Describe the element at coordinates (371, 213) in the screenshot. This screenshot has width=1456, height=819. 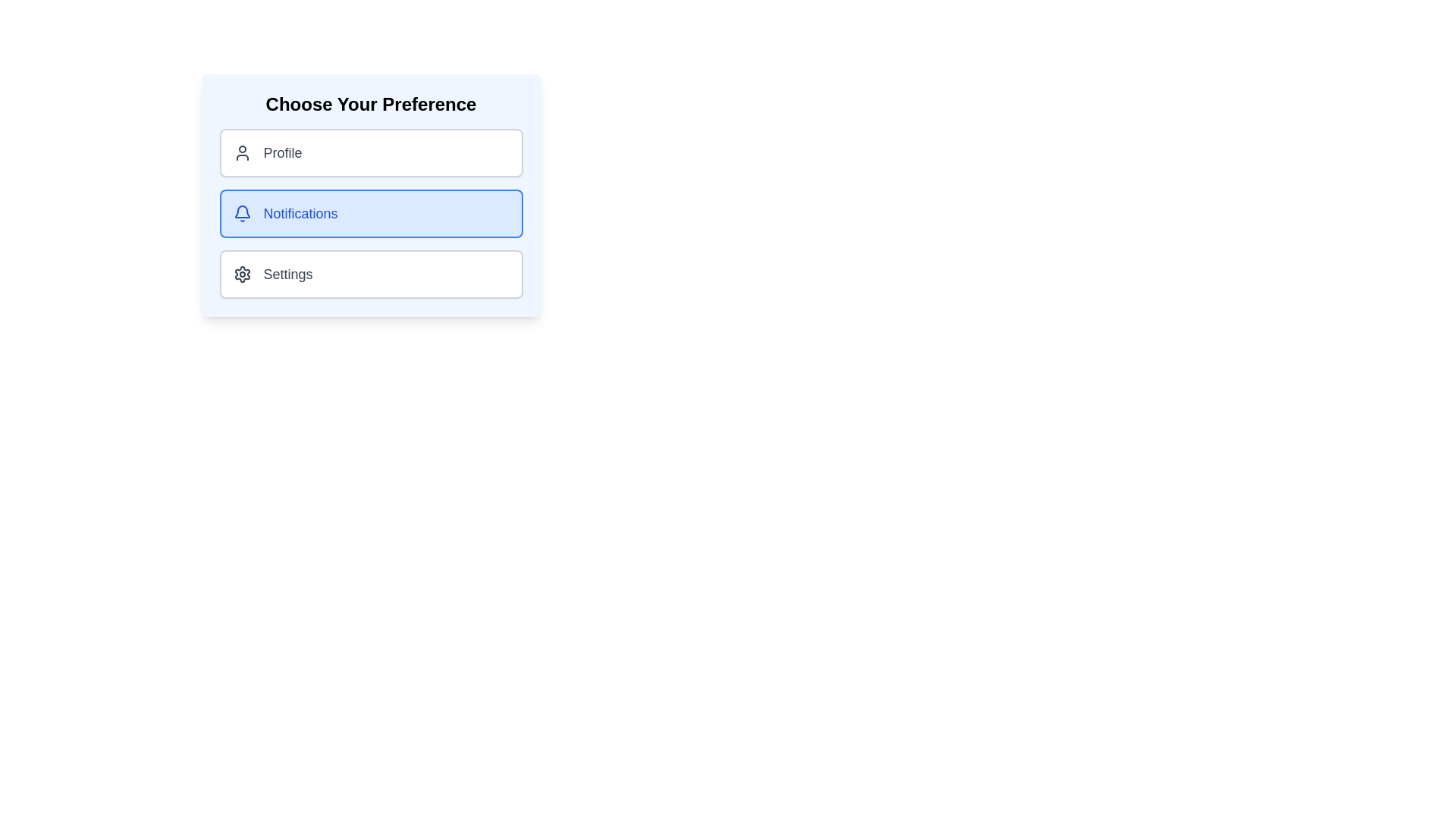
I see `the selectable button for notifications` at that location.